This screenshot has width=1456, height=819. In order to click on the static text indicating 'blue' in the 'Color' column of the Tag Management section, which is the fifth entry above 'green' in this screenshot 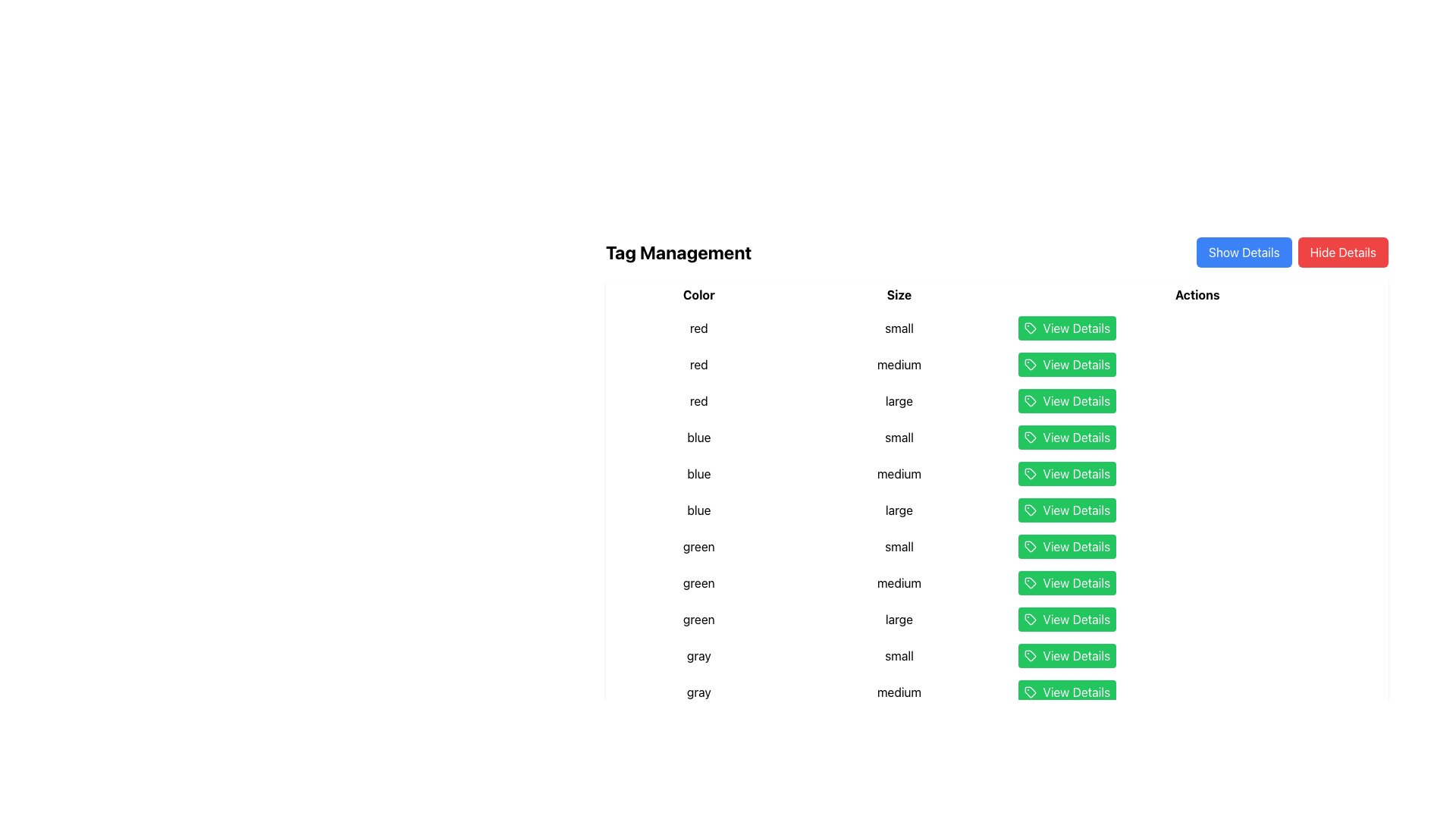, I will do `click(698, 510)`.